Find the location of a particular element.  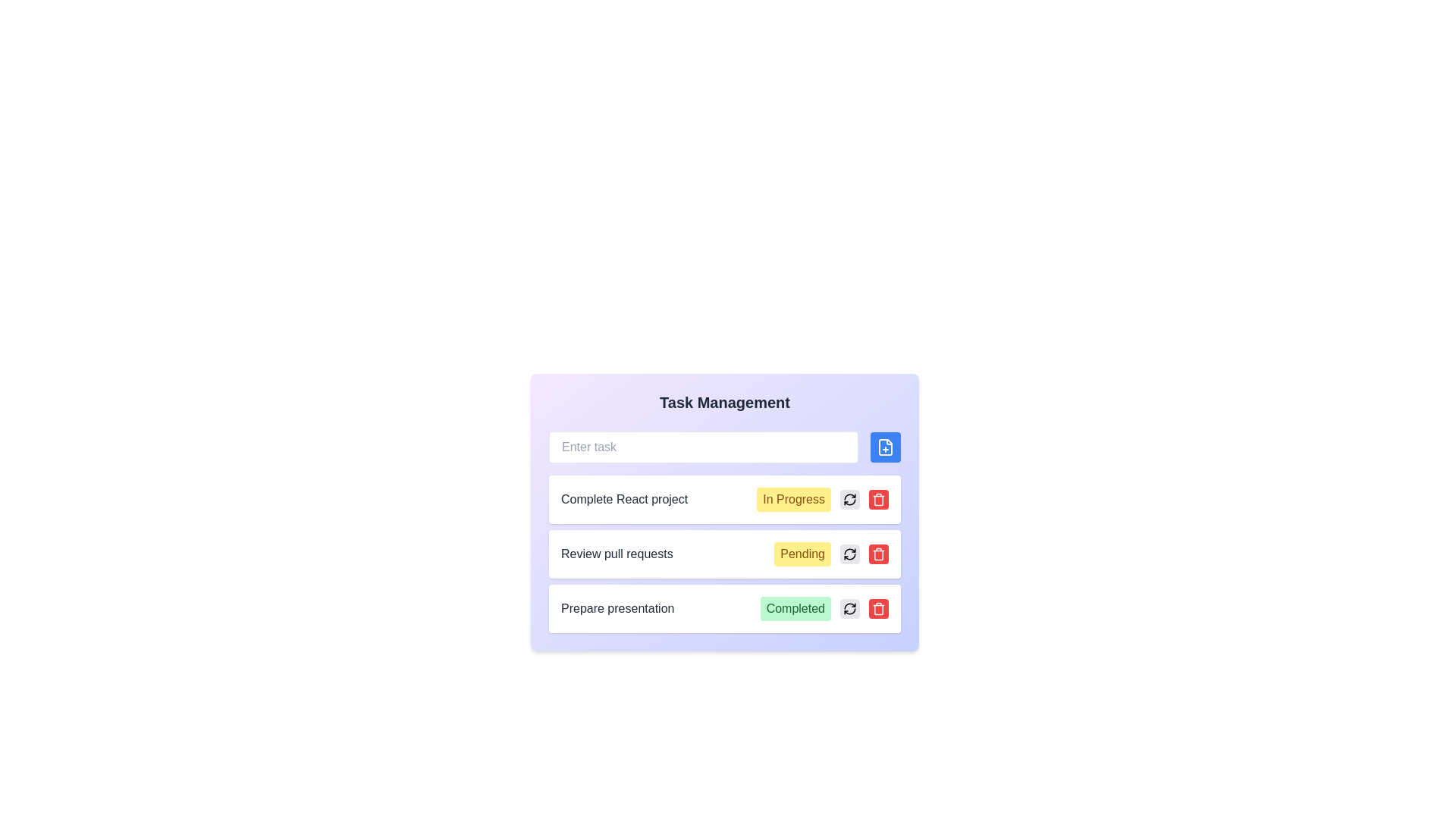

the submission button located to the right of the 'Enter task' input field in the task management interface to observe hover effects is located at coordinates (885, 447).